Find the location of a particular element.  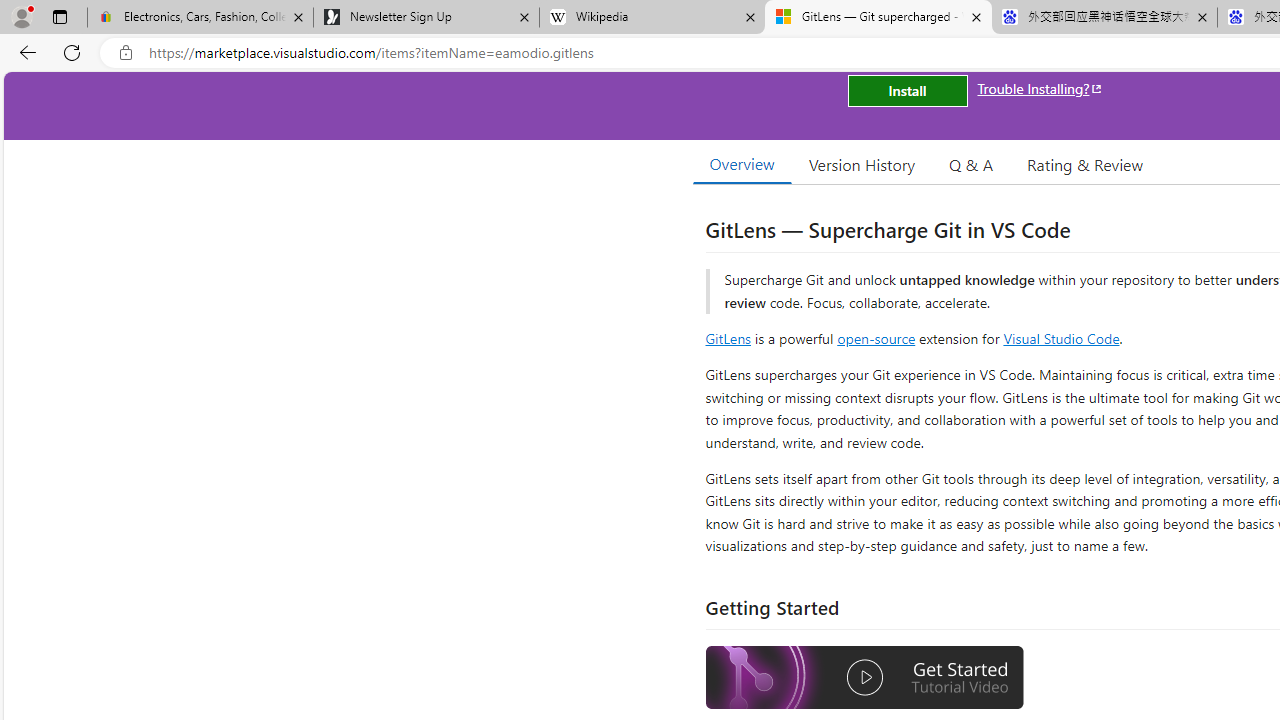

'GitLens' is located at coordinates (727, 337).